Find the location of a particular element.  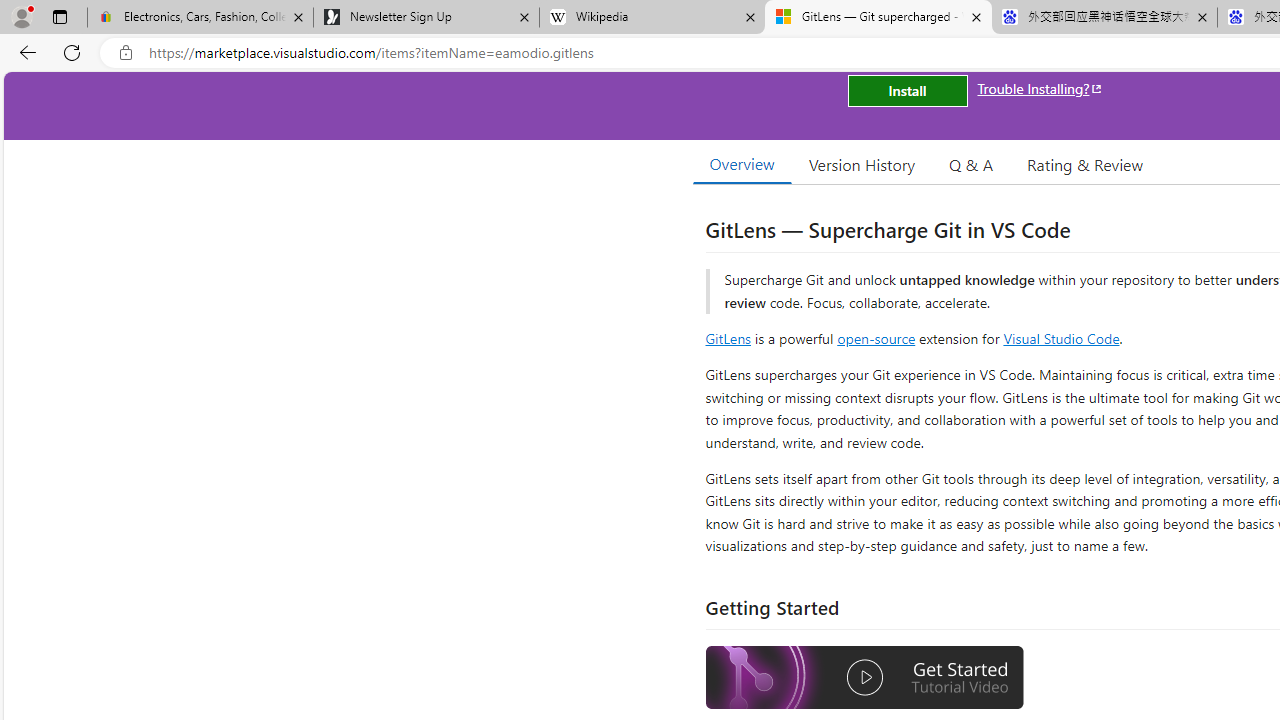

'GitLens' is located at coordinates (727, 337).